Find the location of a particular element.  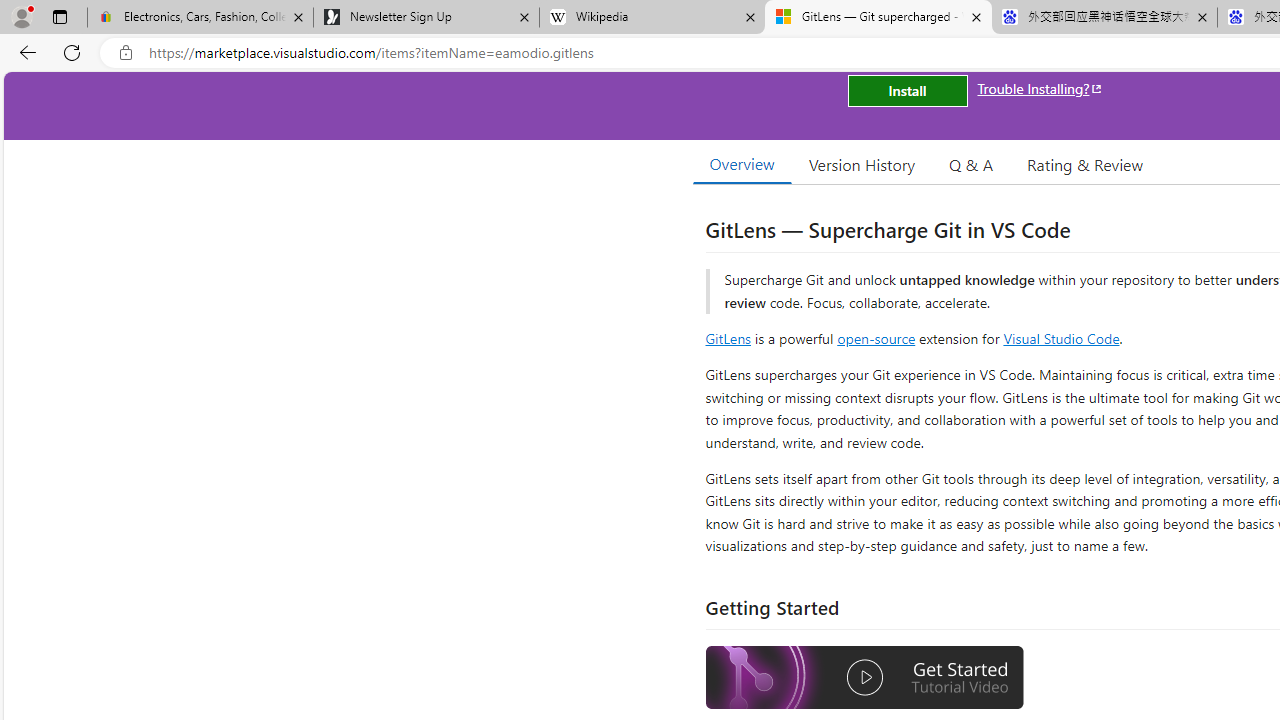

'GitLens' is located at coordinates (727, 337).